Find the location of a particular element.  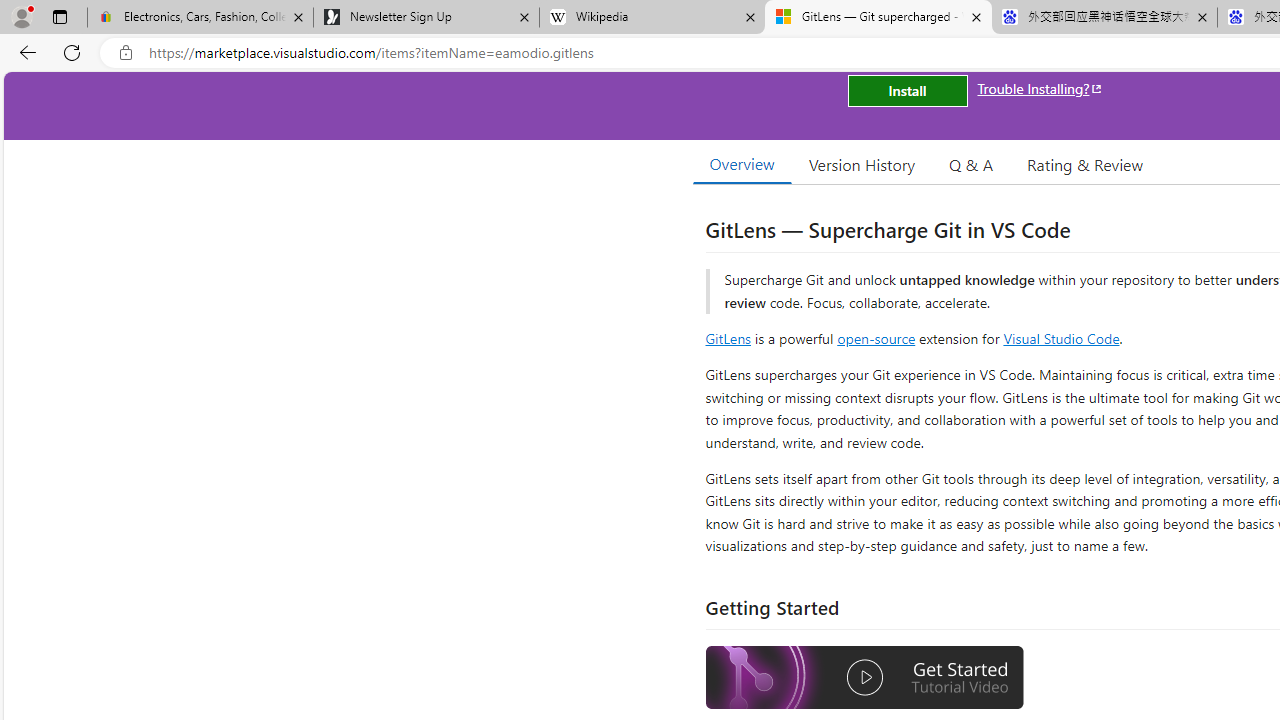

'GitLens' is located at coordinates (727, 337).